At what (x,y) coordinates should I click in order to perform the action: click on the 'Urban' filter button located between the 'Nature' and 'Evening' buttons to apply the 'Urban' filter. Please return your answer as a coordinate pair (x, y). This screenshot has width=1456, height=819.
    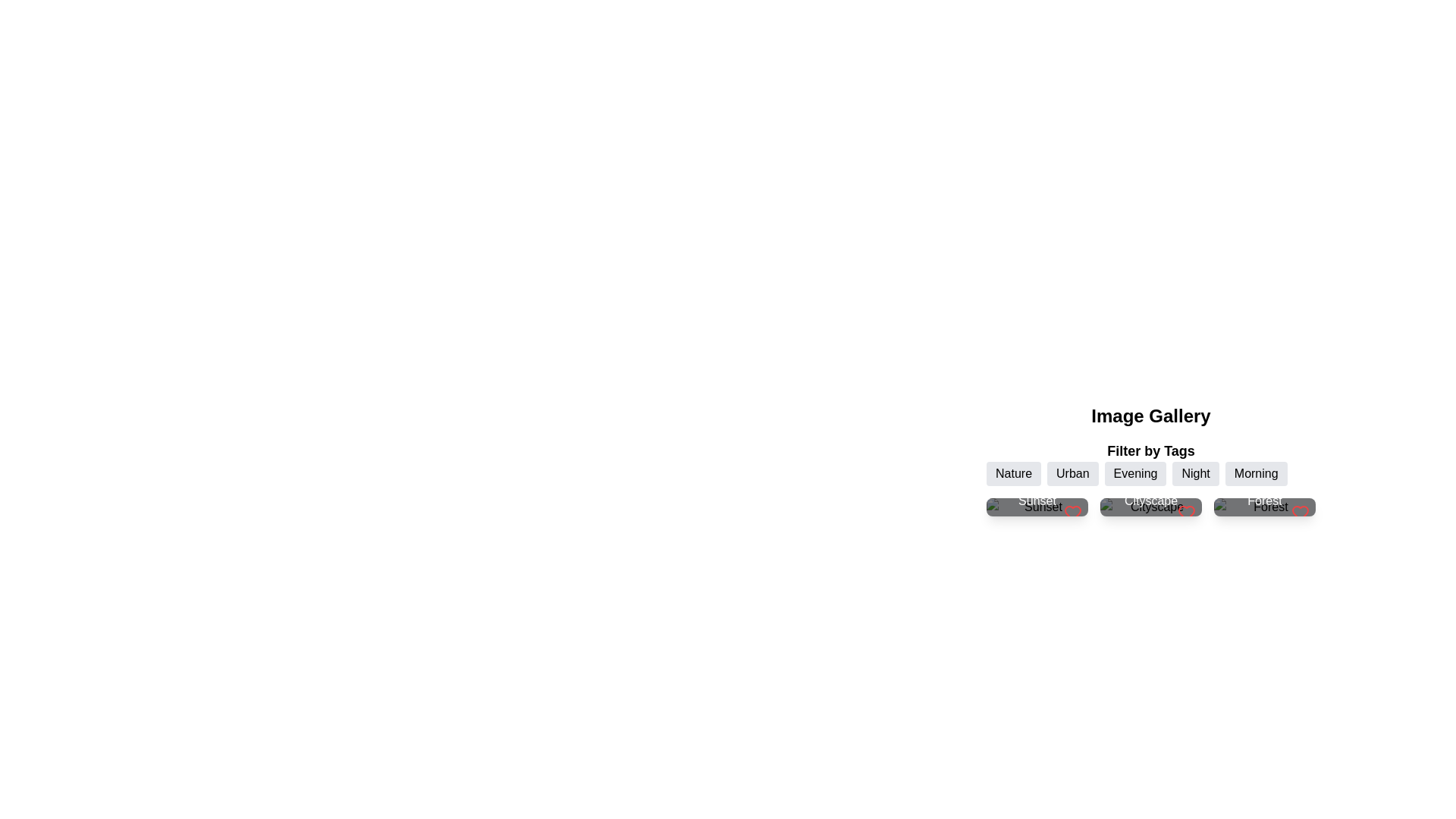
    Looking at the image, I should click on (1072, 472).